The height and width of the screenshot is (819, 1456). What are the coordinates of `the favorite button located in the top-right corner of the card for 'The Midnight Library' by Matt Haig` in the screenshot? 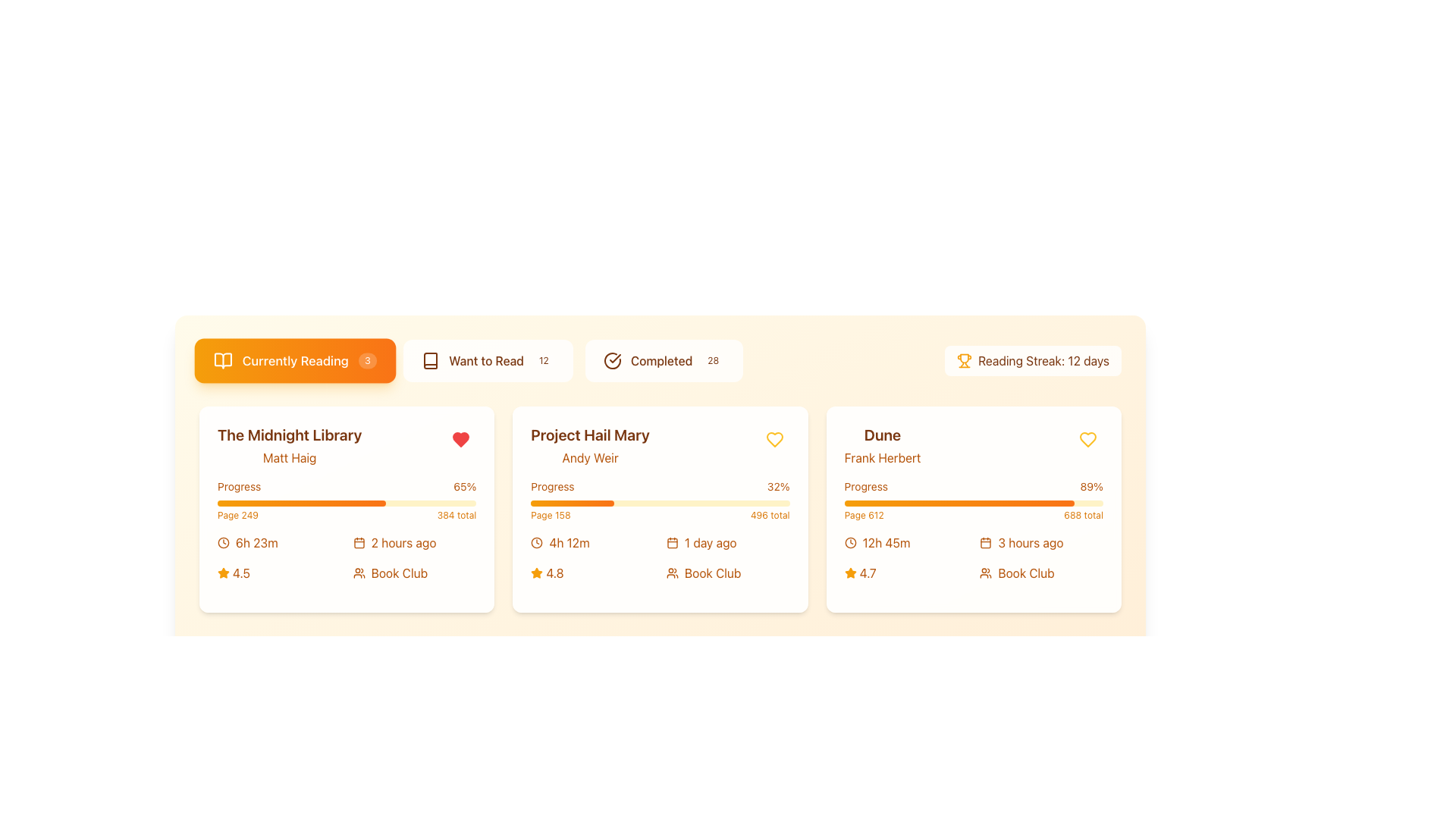 It's located at (460, 439).